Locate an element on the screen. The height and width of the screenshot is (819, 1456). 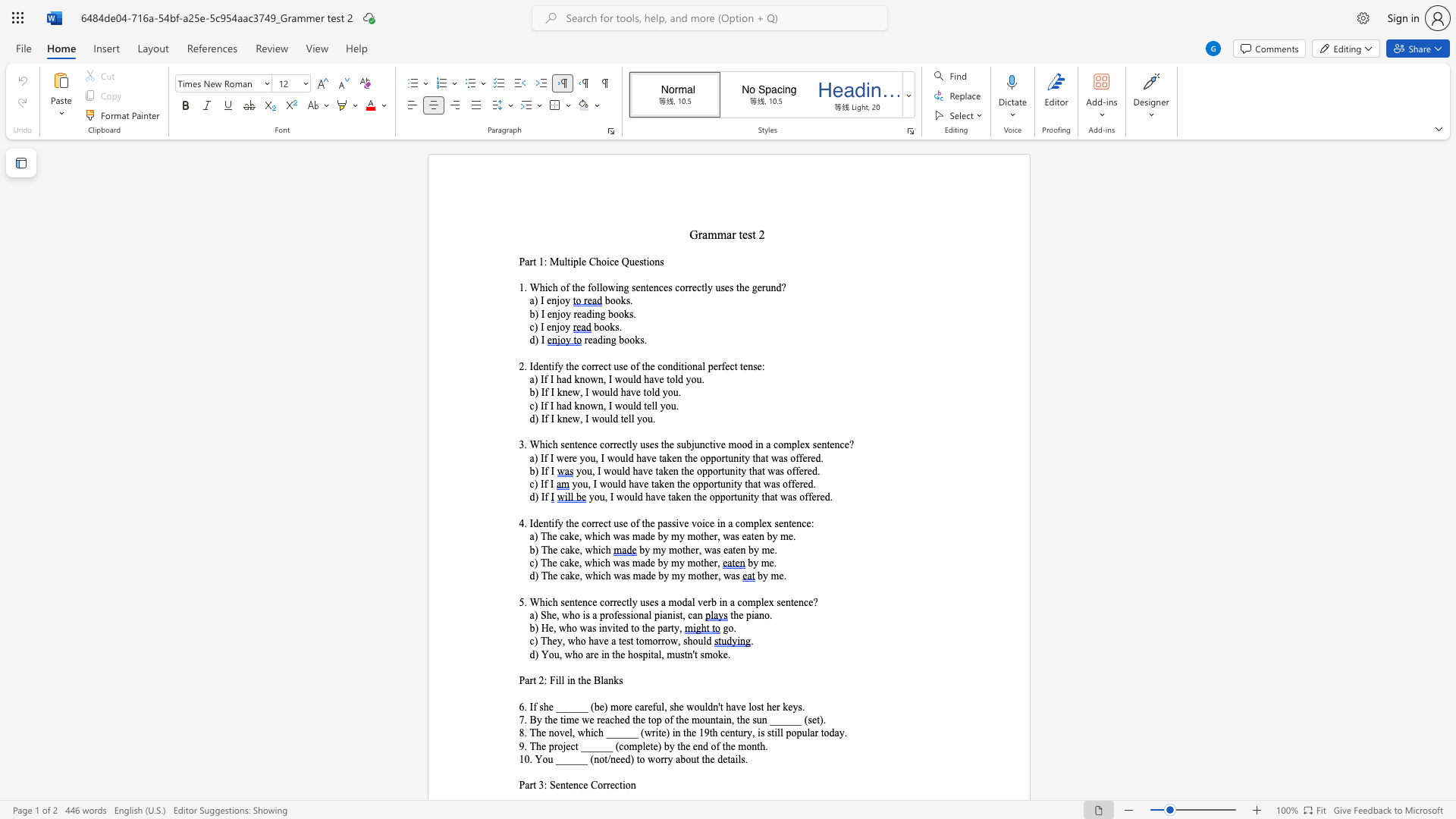
the space between the continuous character "r" and "t" in the text is located at coordinates (532, 261).